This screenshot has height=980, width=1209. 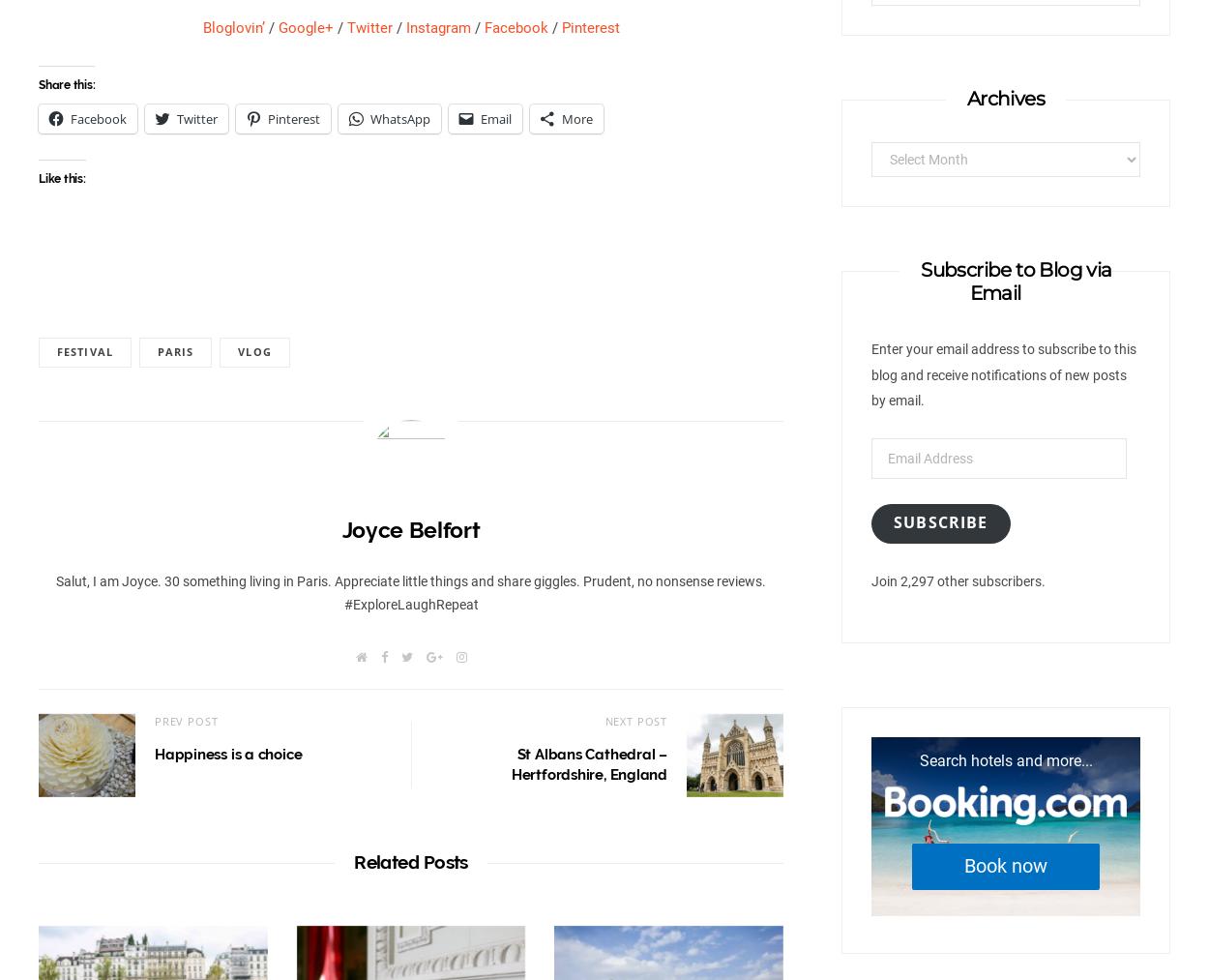 I want to click on 'Subscribe to Blog via Email', so click(x=920, y=281).